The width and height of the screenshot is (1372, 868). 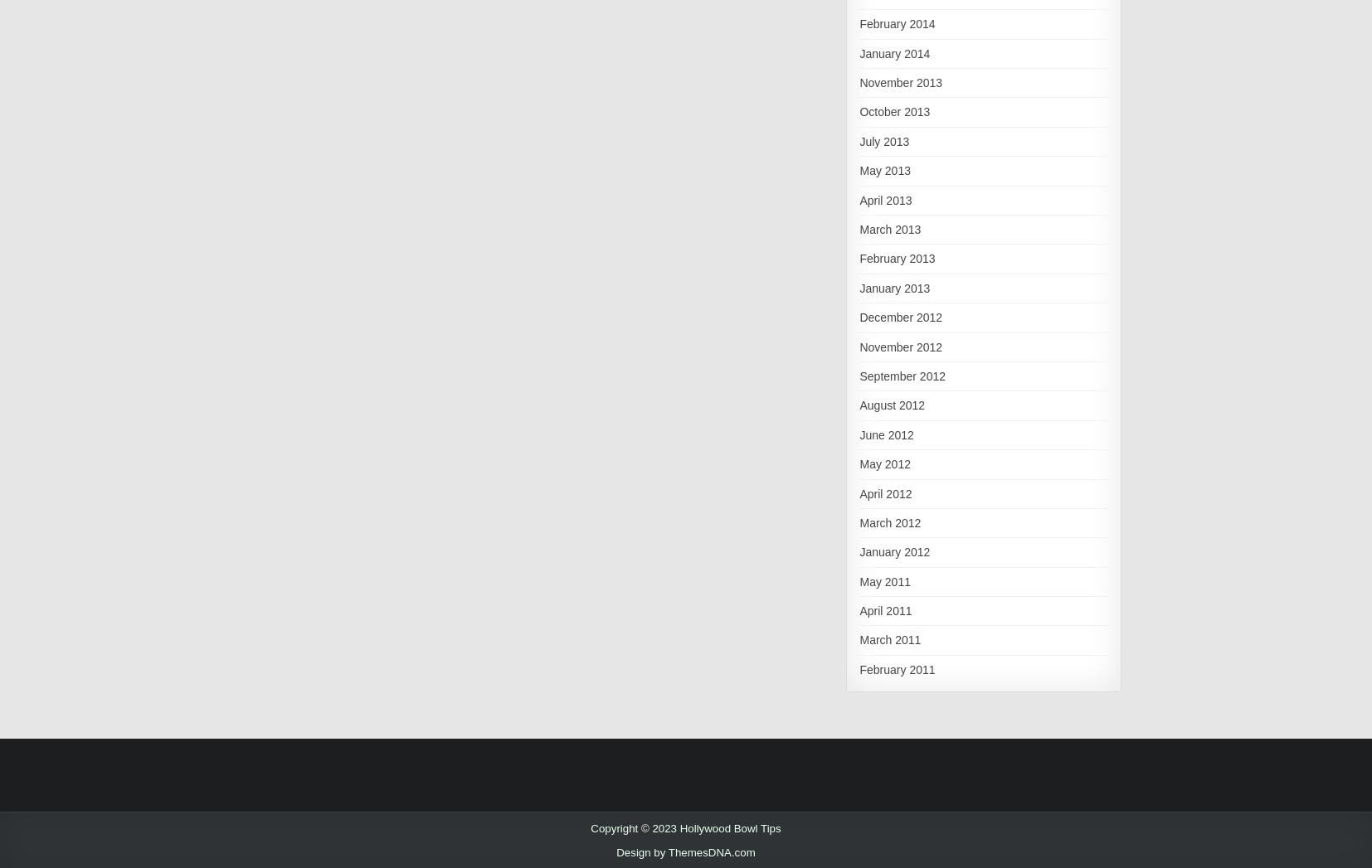 I want to click on 'April 2012', so click(x=884, y=492).